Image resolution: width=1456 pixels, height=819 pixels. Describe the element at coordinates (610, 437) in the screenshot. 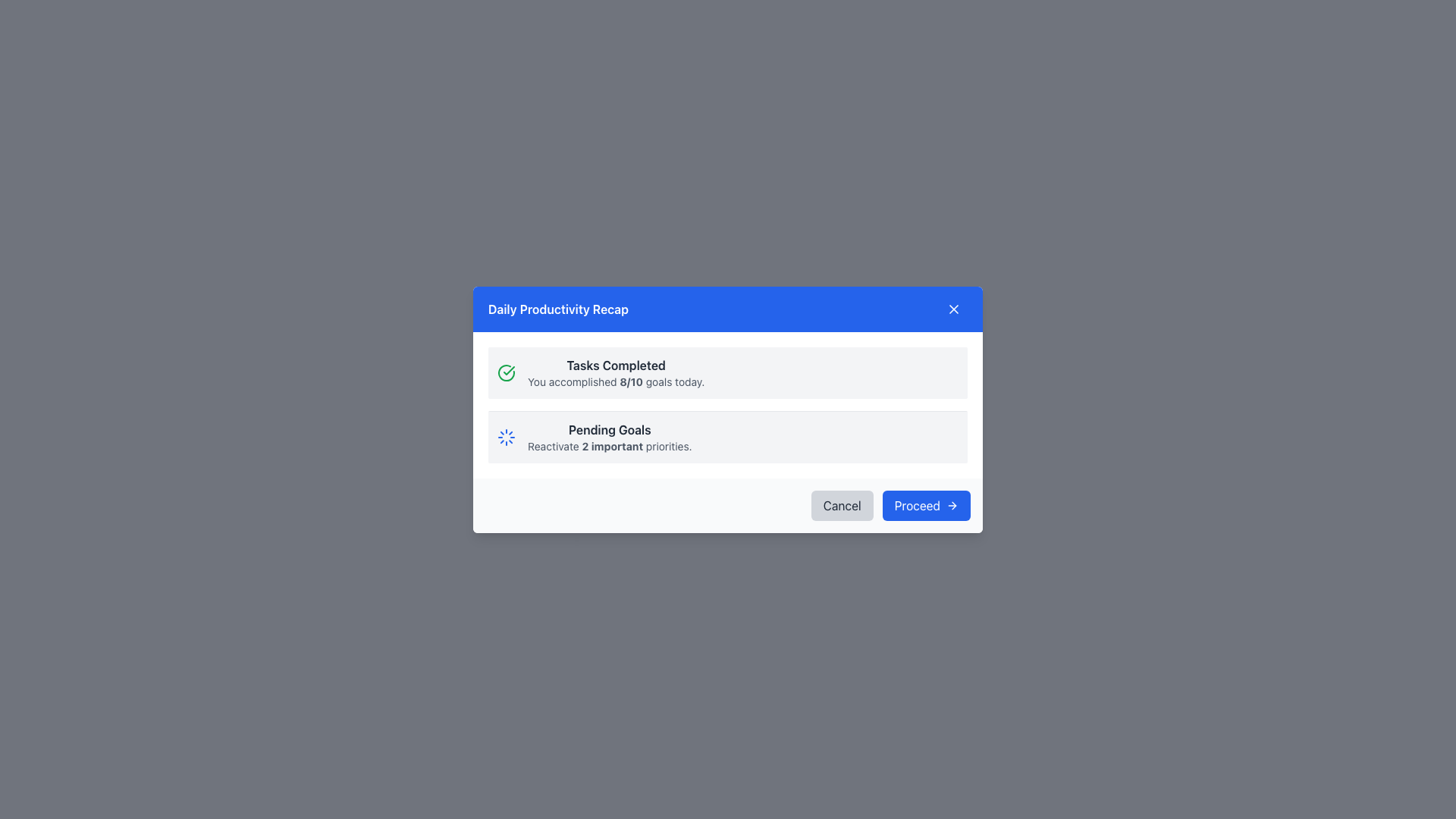

I see `the text block displaying information about pending goals, located below the 'Tasks Completed' section and next to a small blue circular icon` at that location.